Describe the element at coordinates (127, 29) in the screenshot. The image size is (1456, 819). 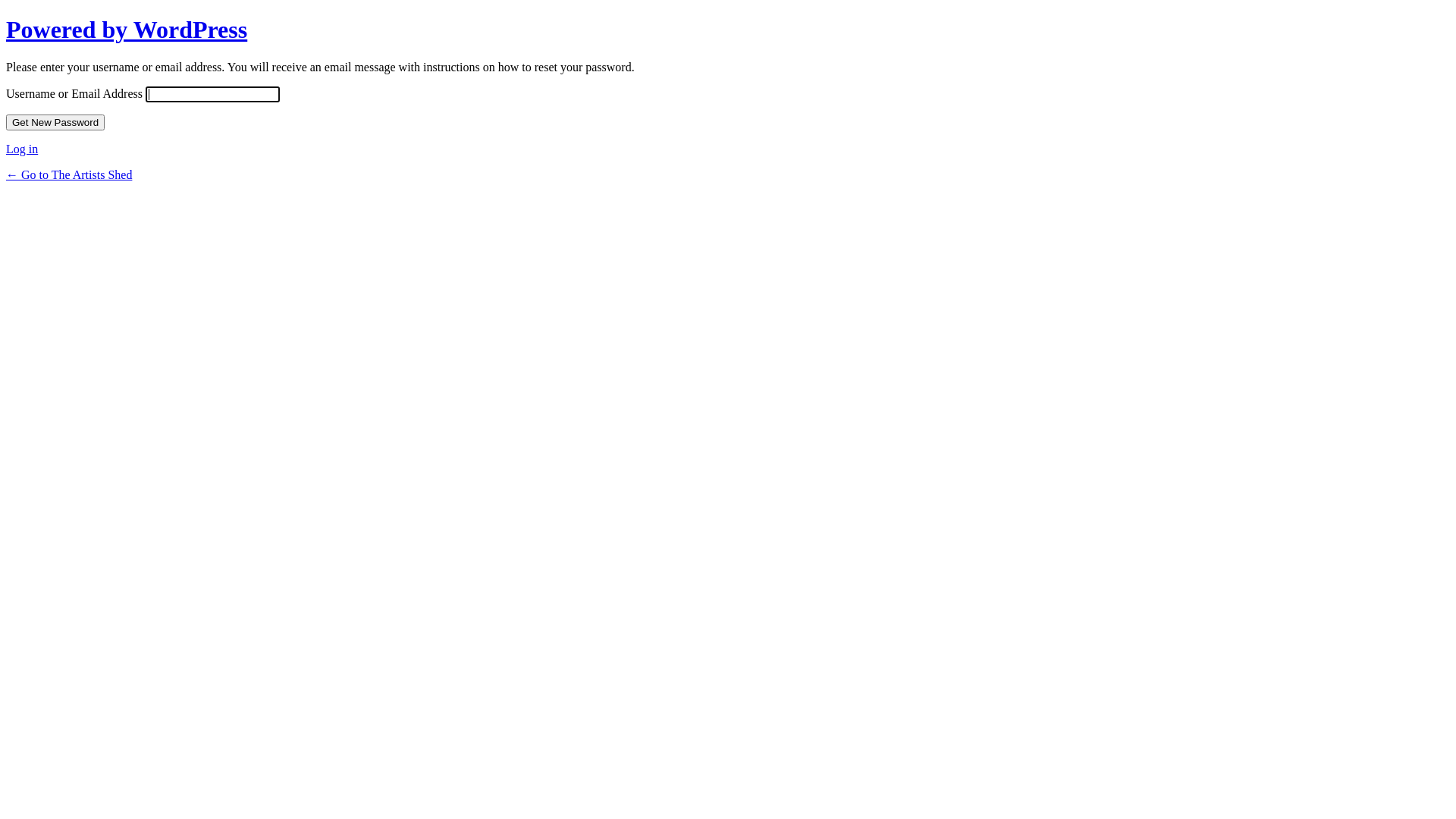
I see `'Powered by WordPress'` at that location.